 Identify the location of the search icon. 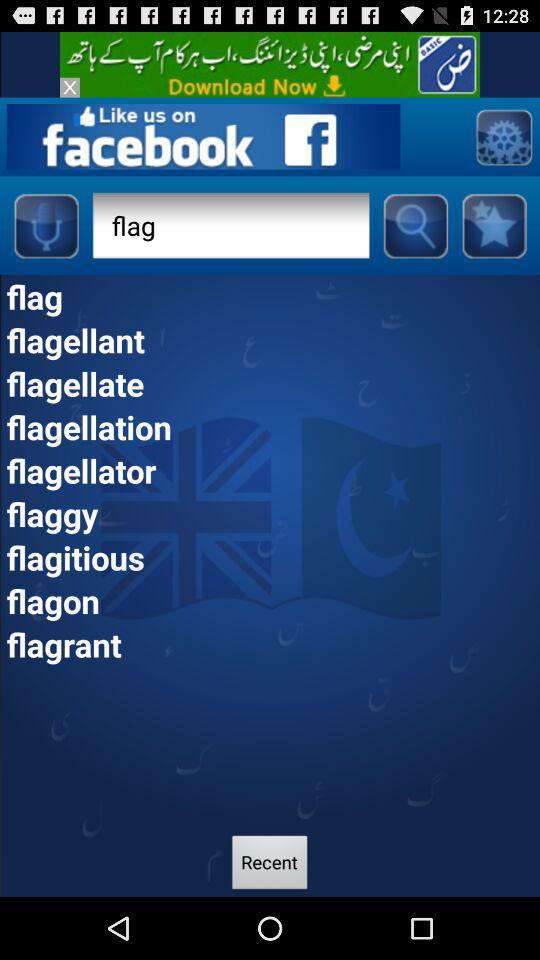
(414, 240).